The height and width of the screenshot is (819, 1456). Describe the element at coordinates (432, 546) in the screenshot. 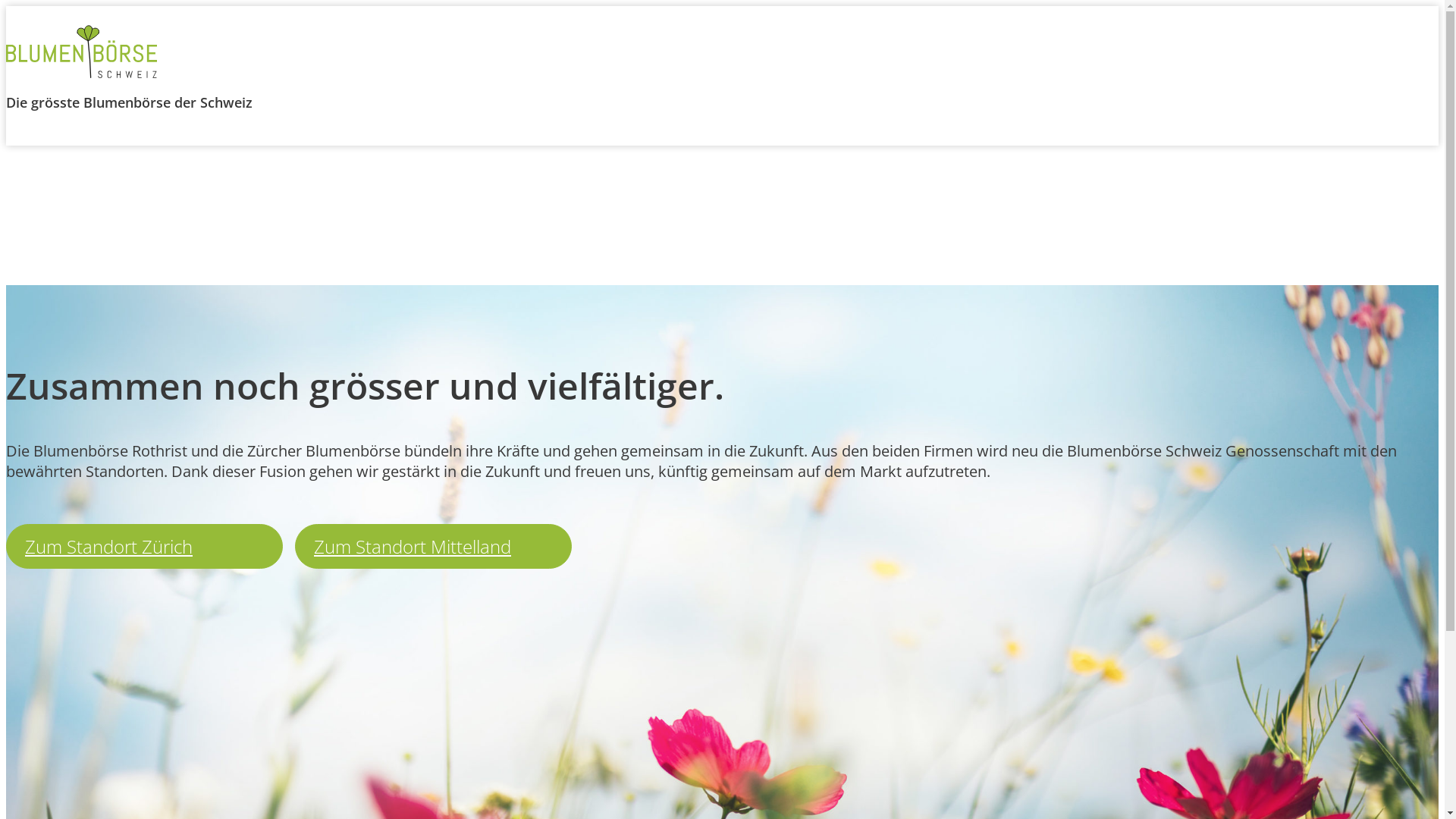

I see `'Zum Standort Mittelland'` at that location.